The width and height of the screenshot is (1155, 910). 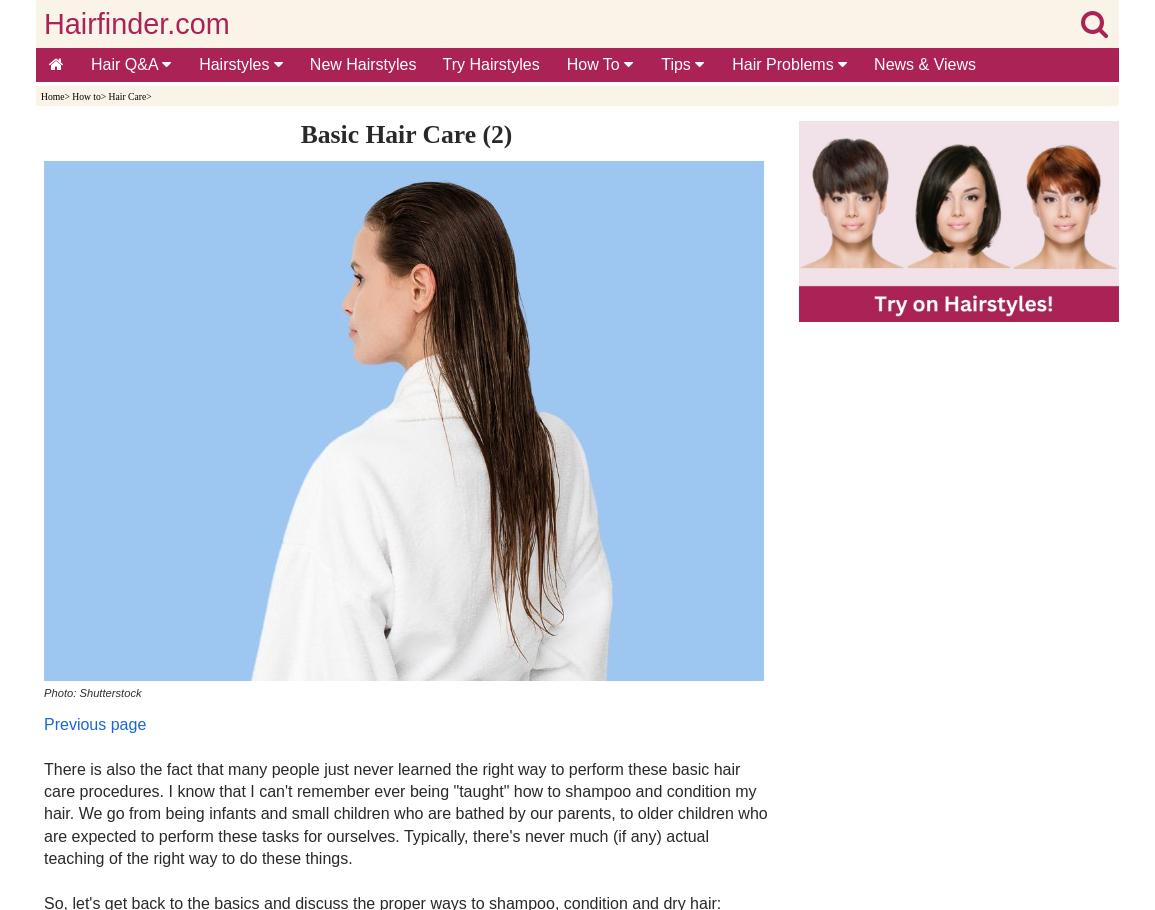 What do you see at coordinates (86, 95) in the screenshot?
I see `'How to'` at bounding box center [86, 95].